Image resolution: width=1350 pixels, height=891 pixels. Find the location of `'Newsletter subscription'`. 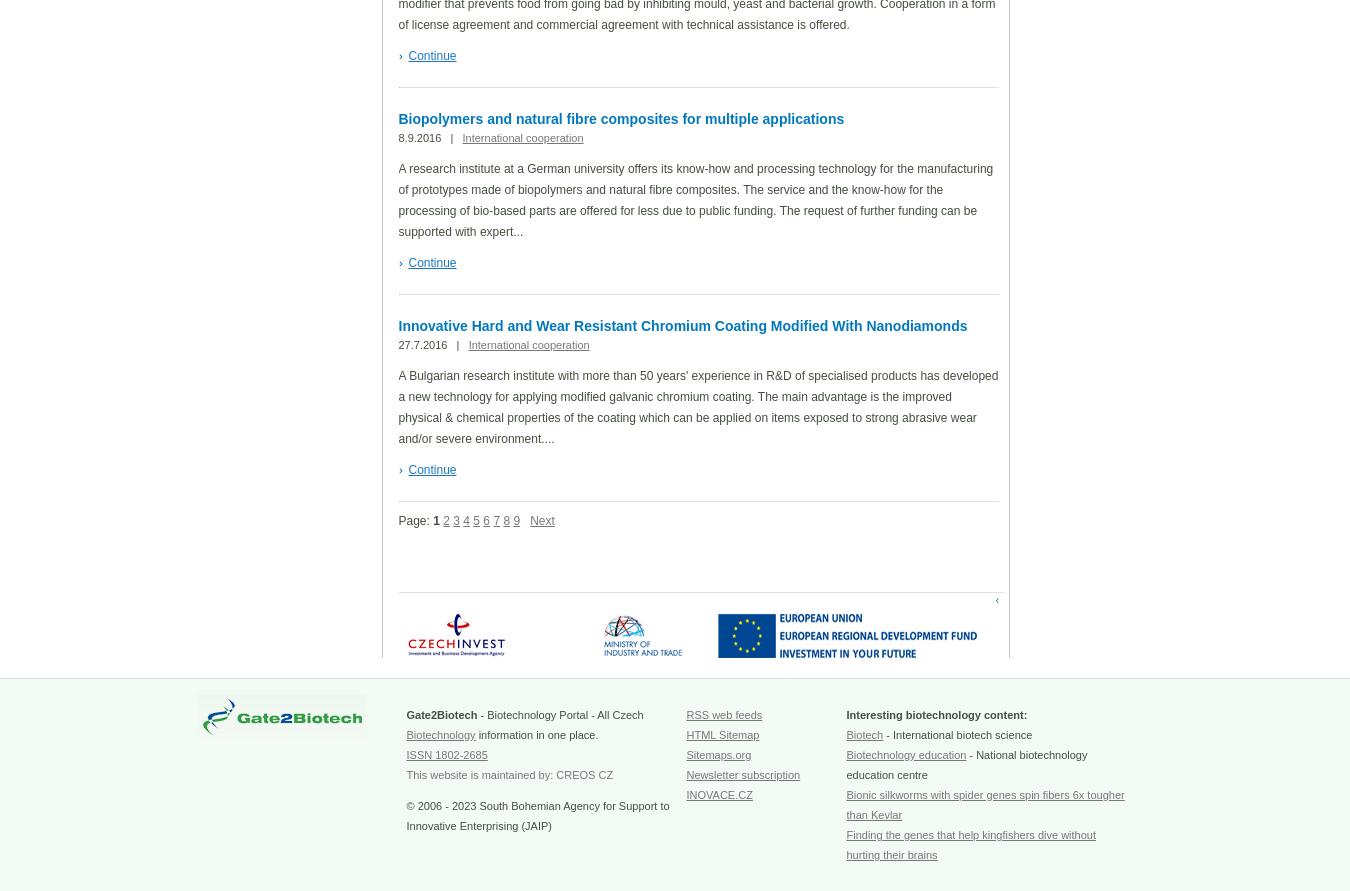

'Newsletter subscription' is located at coordinates (742, 774).